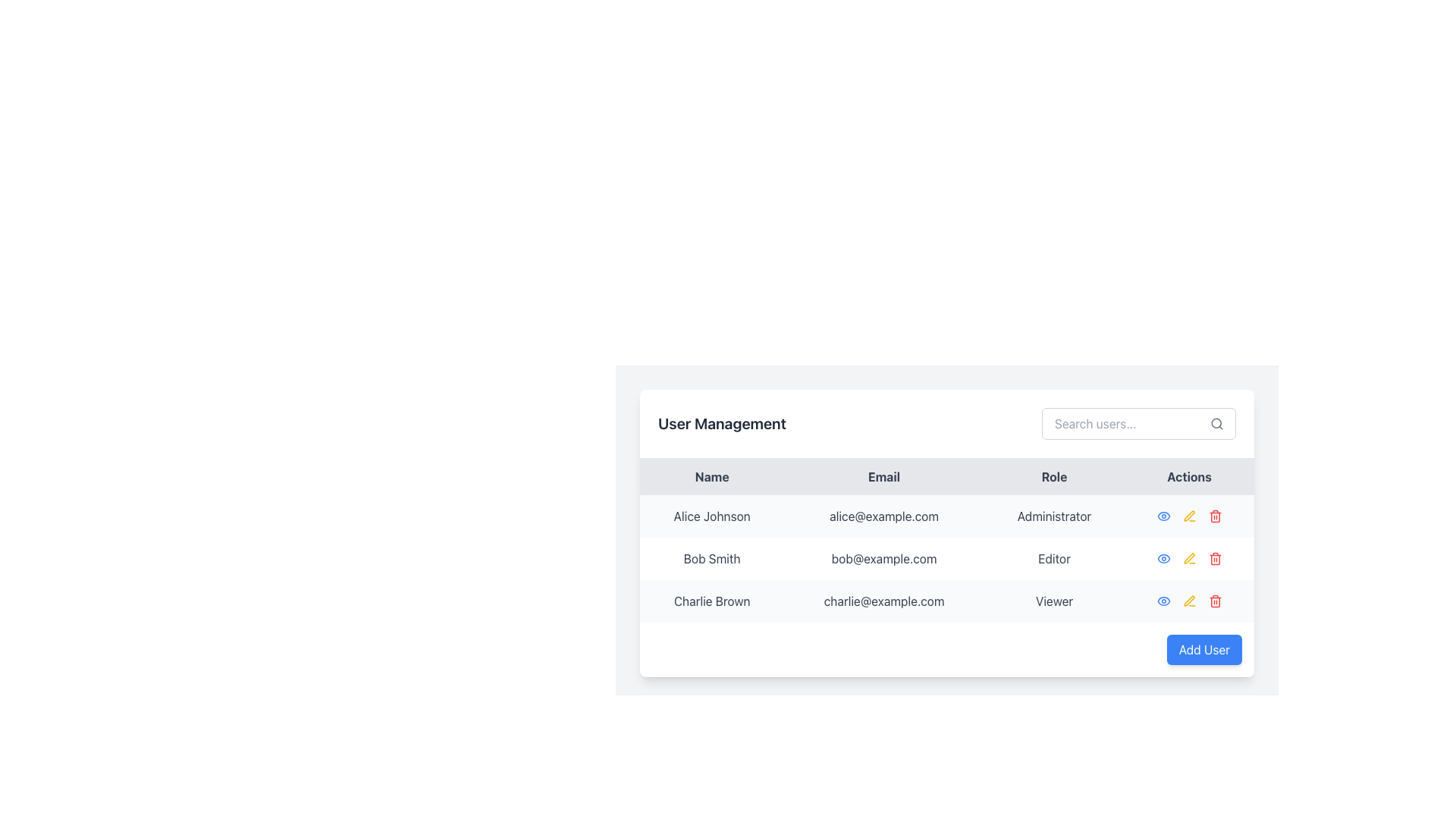 The image size is (1456, 819). I want to click on the trash icon located in the 'Actions' column of the third row in the table, so click(1215, 516).